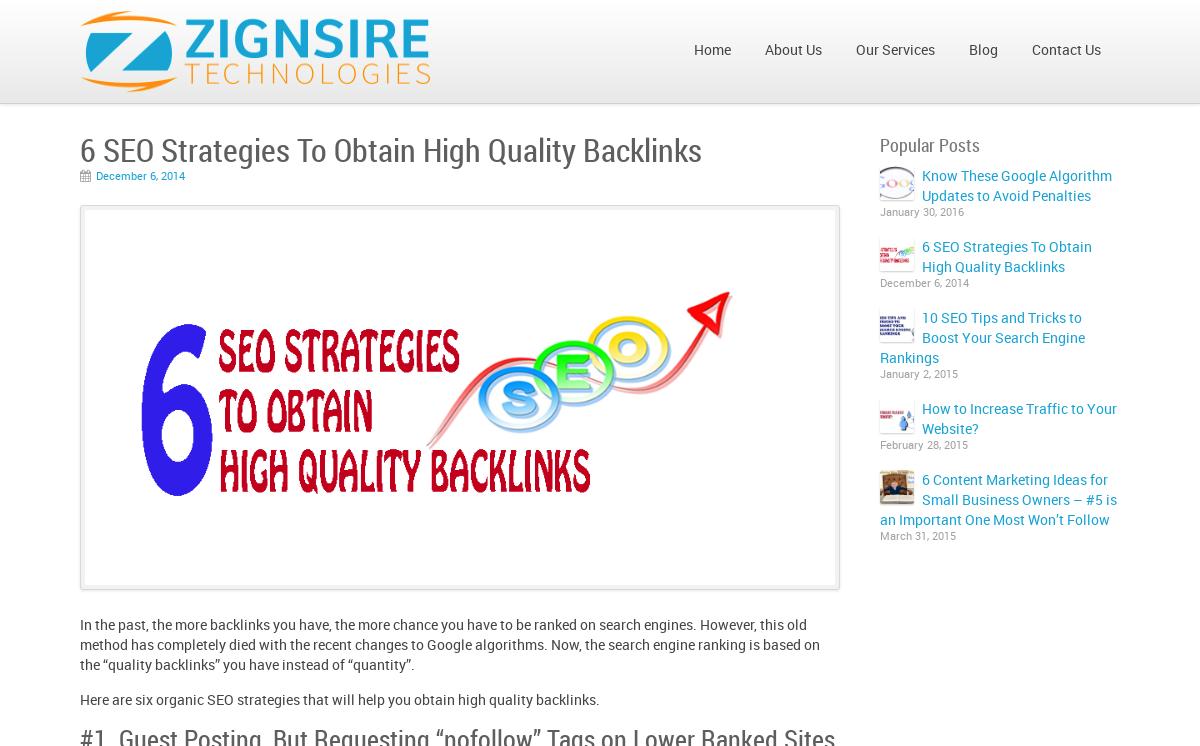 Image resolution: width=1200 pixels, height=746 pixels. I want to click on 'March 31, 2015', so click(878, 535).